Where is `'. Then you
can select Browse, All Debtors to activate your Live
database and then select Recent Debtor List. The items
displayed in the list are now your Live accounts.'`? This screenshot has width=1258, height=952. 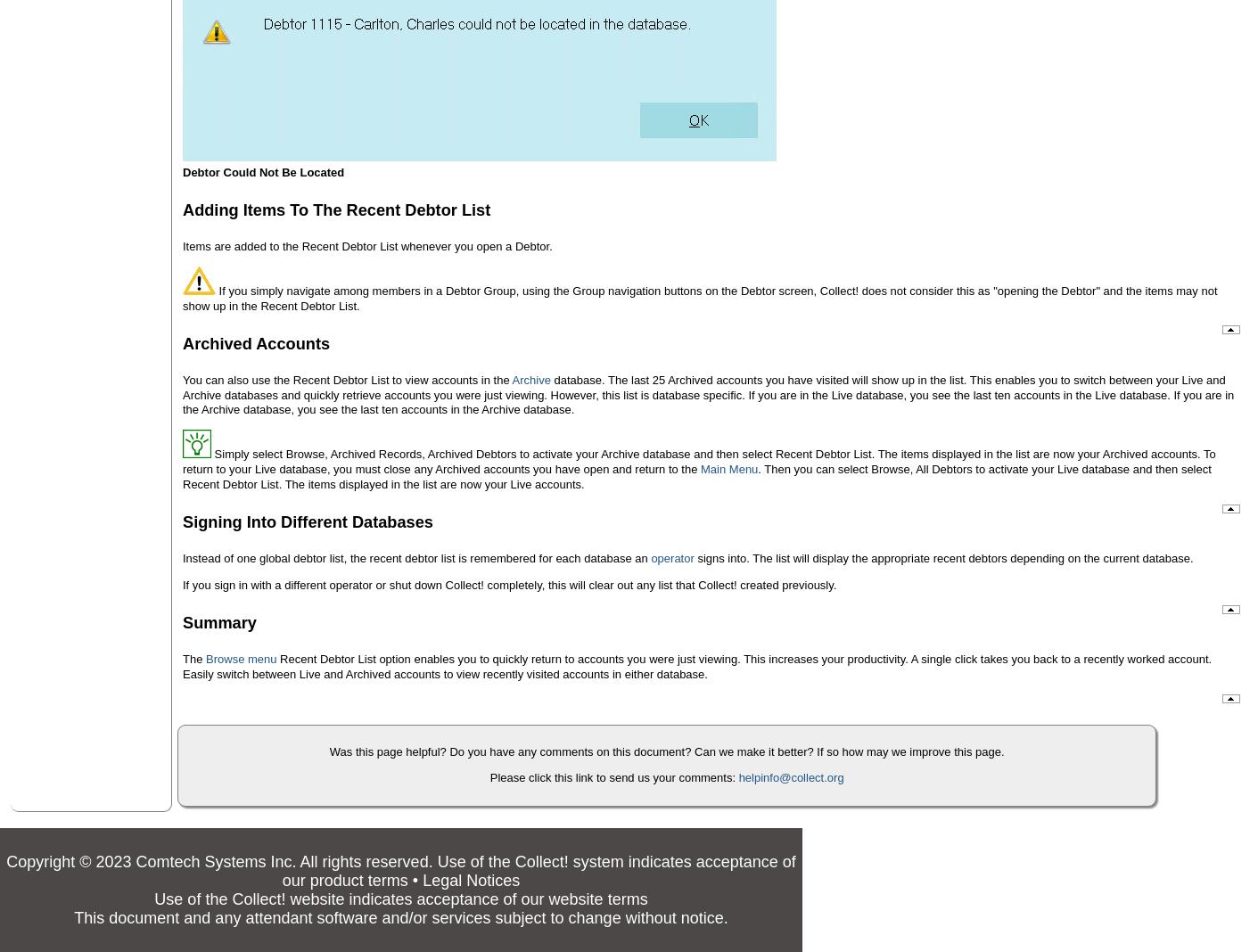 '. Then you
can select Browse, All Debtors to activate your Live
database and then select Recent Debtor List. The items
displayed in the list are now your Live accounts.' is located at coordinates (183, 476).